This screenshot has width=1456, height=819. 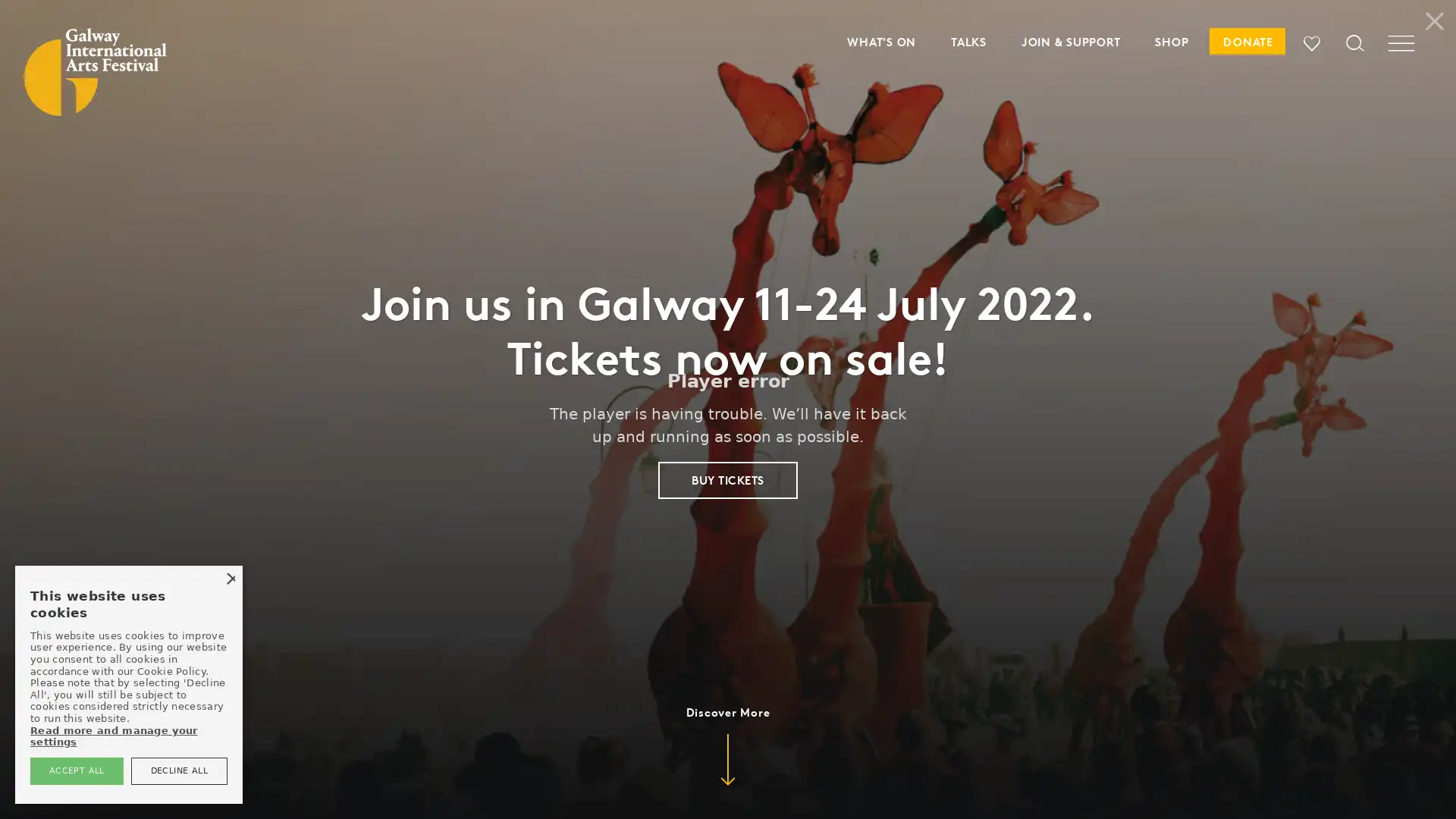 I want to click on ACCEPT ALL, so click(x=75, y=770).